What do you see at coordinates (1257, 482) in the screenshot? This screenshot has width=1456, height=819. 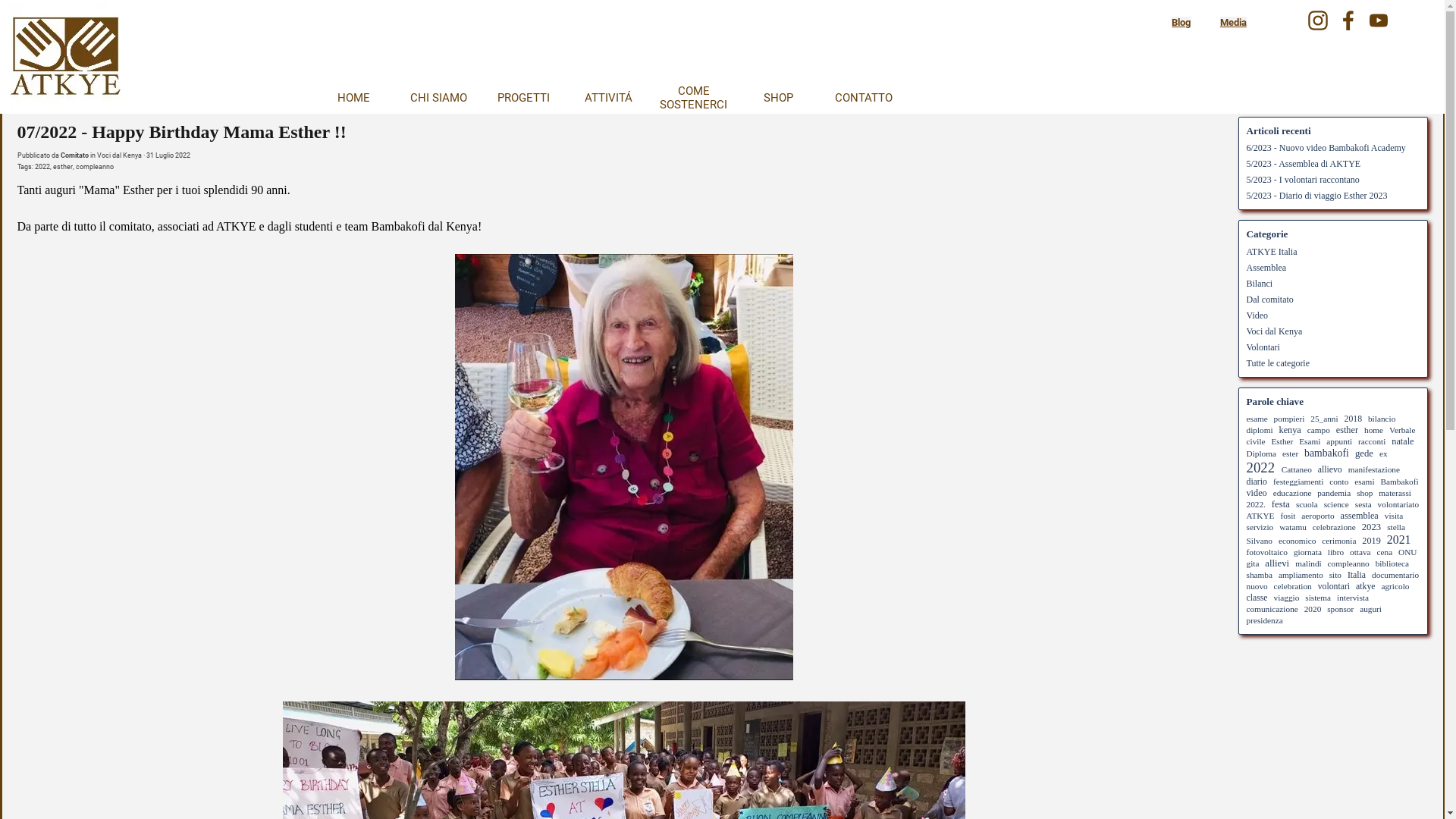 I see `'diario'` at bounding box center [1257, 482].